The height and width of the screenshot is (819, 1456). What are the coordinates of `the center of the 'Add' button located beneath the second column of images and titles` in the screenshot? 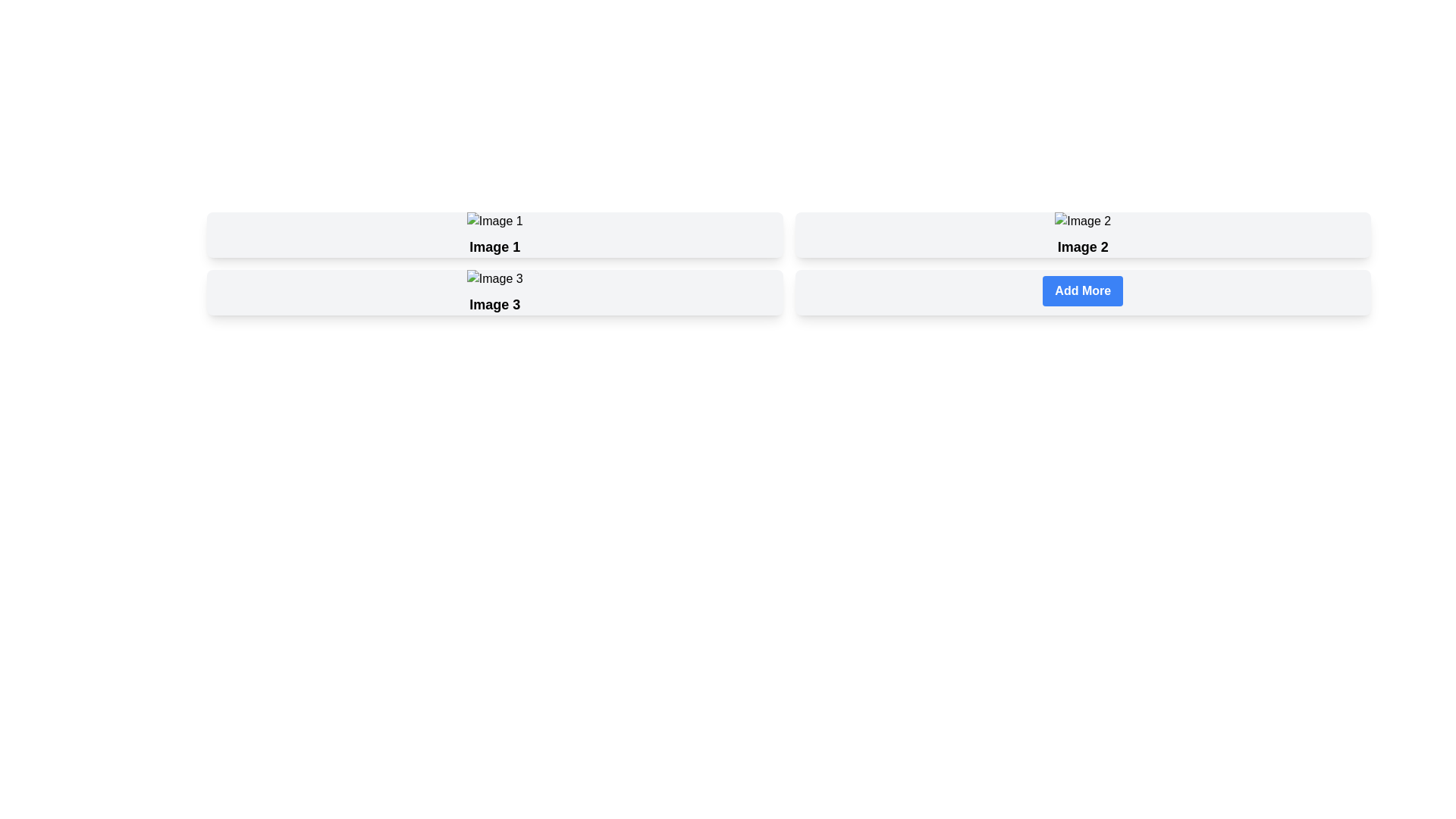 It's located at (1082, 291).